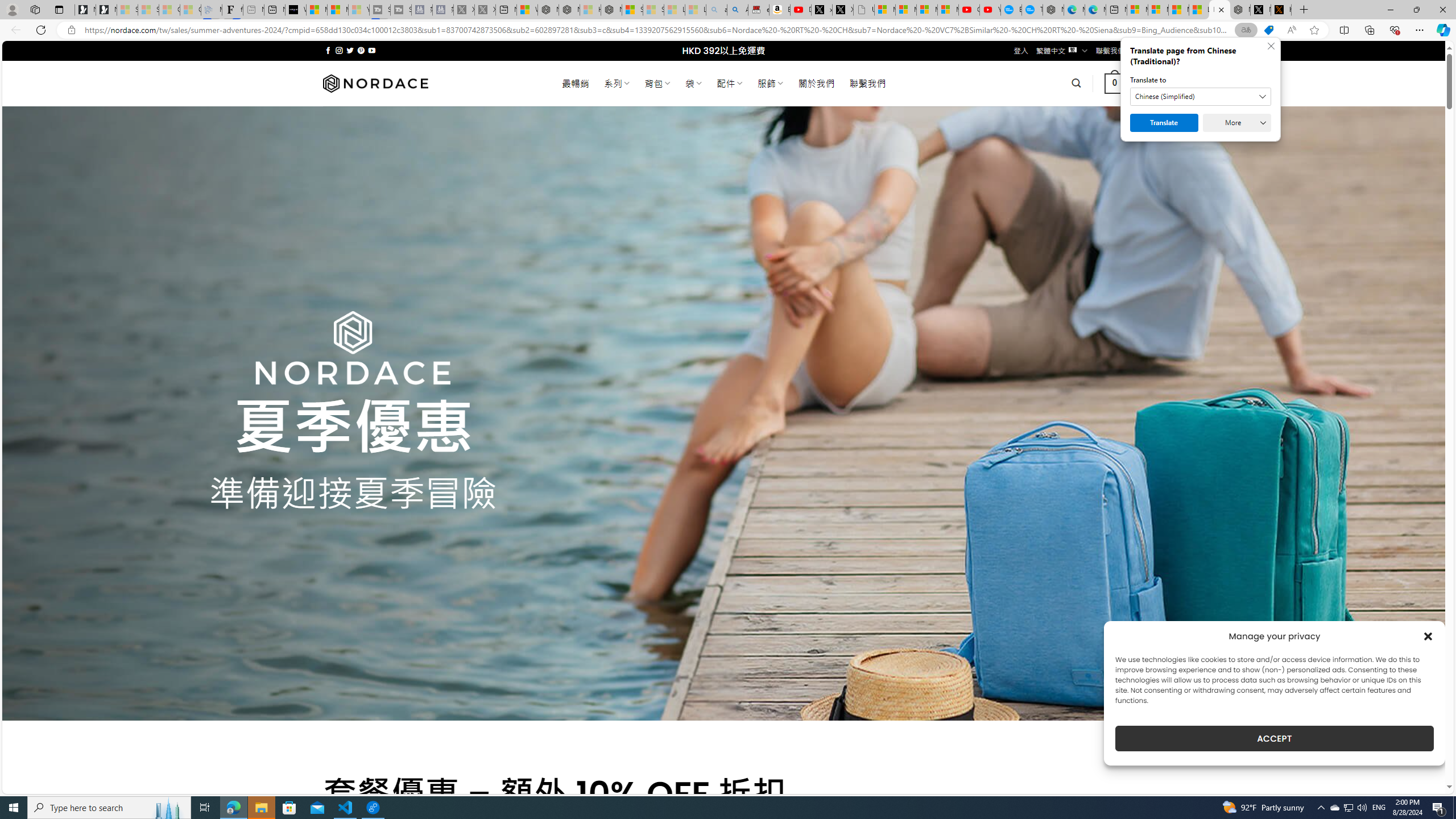  I want to click on 'Show translate options', so click(1246, 30).